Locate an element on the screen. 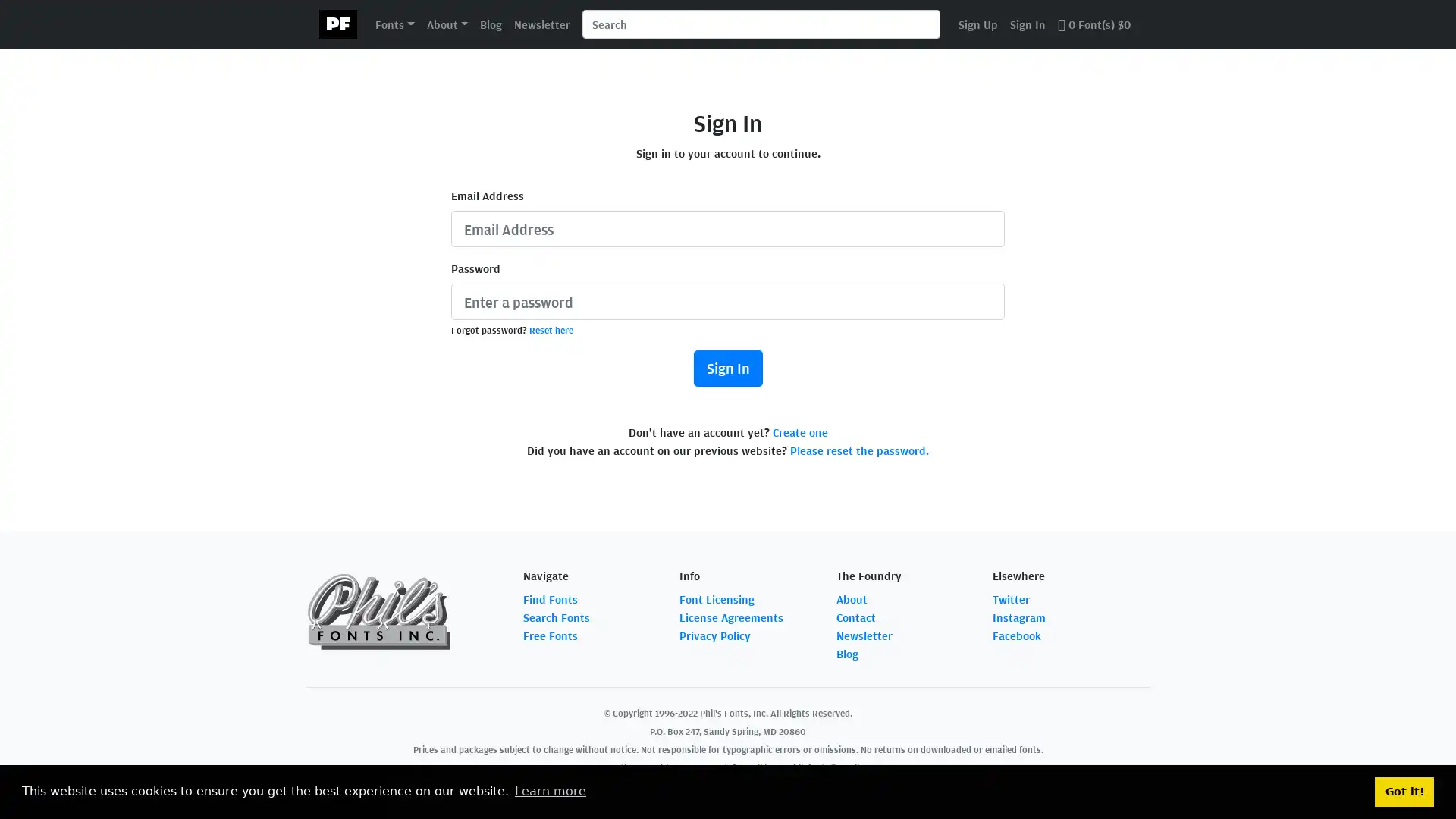 The width and height of the screenshot is (1456, 819). learn more about cookies is located at coordinates (549, 791).